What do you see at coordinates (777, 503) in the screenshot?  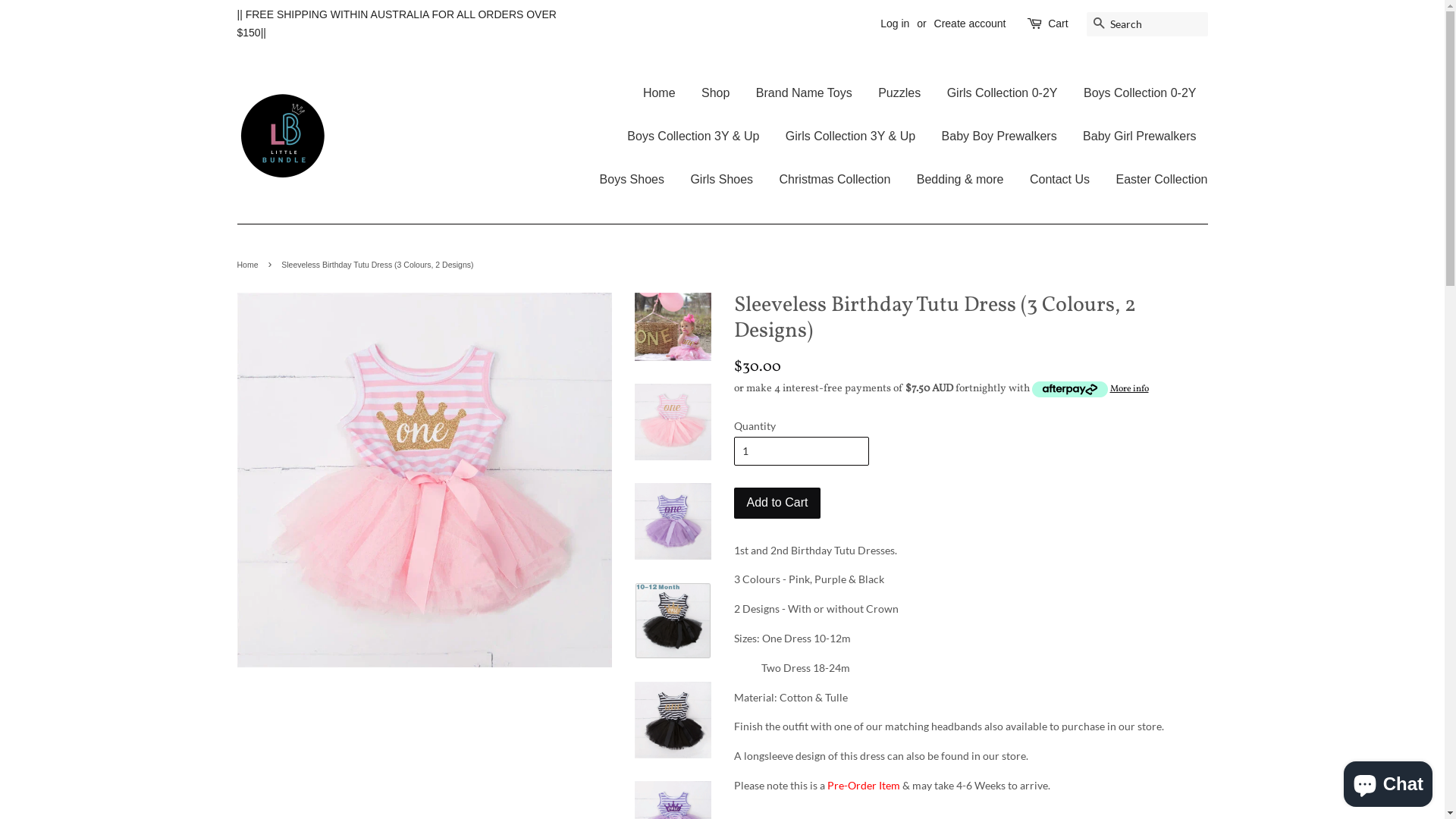 I see `'Add to Cart'` at bounding box center [777, 503].